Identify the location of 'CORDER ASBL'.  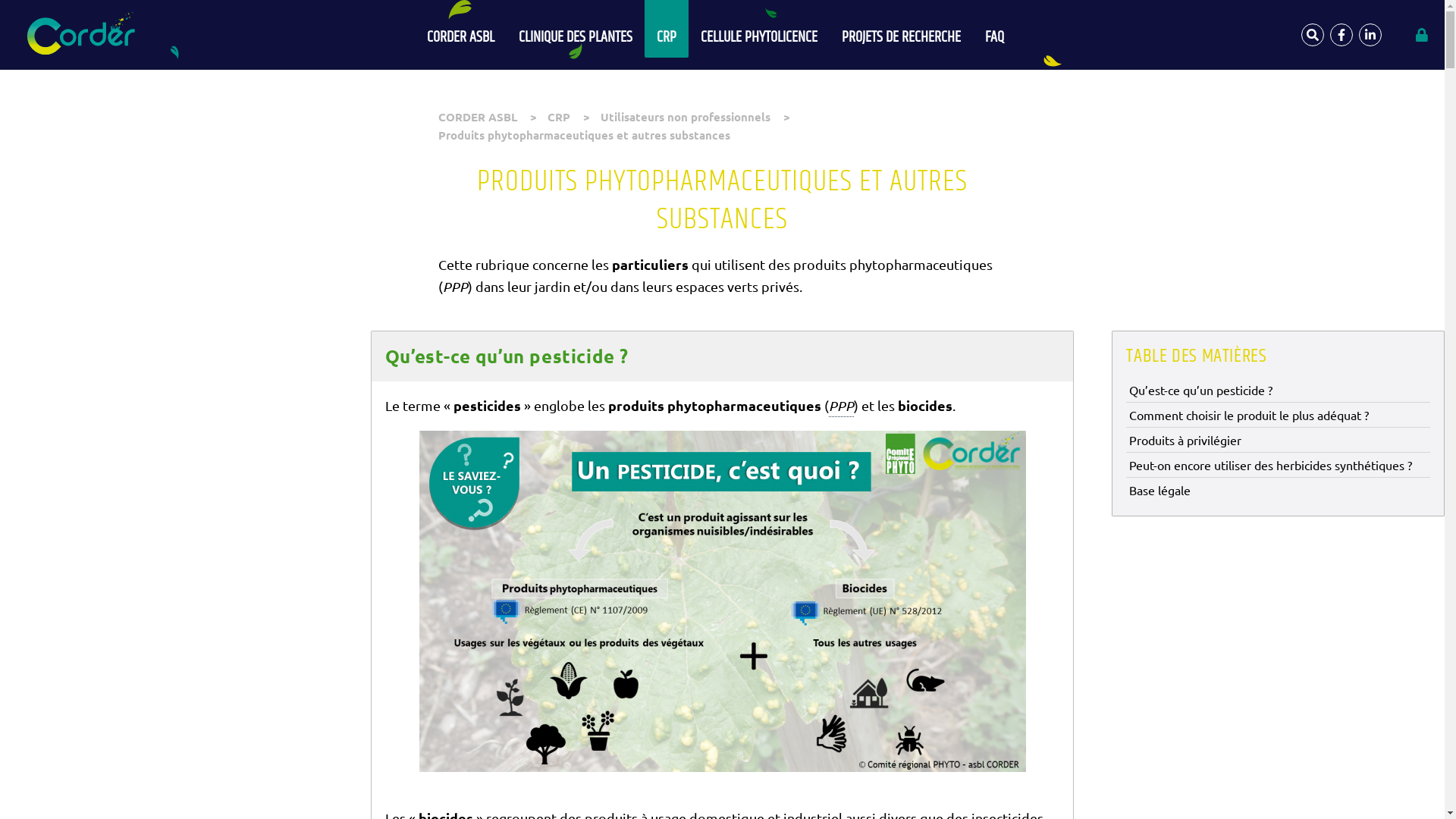
(476, 116).